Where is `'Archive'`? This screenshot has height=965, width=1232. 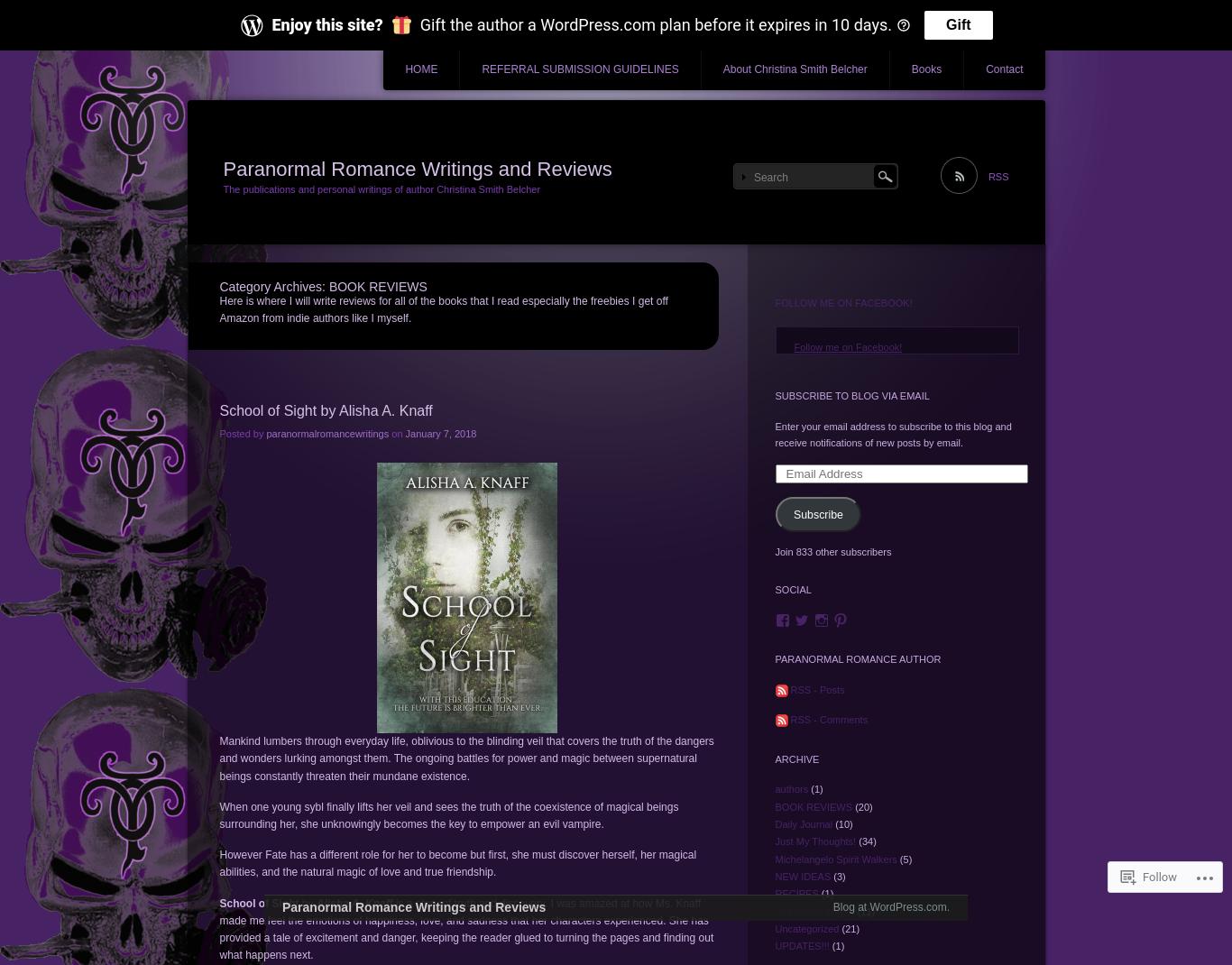 'Archive' is located at coordinates (773, 758).